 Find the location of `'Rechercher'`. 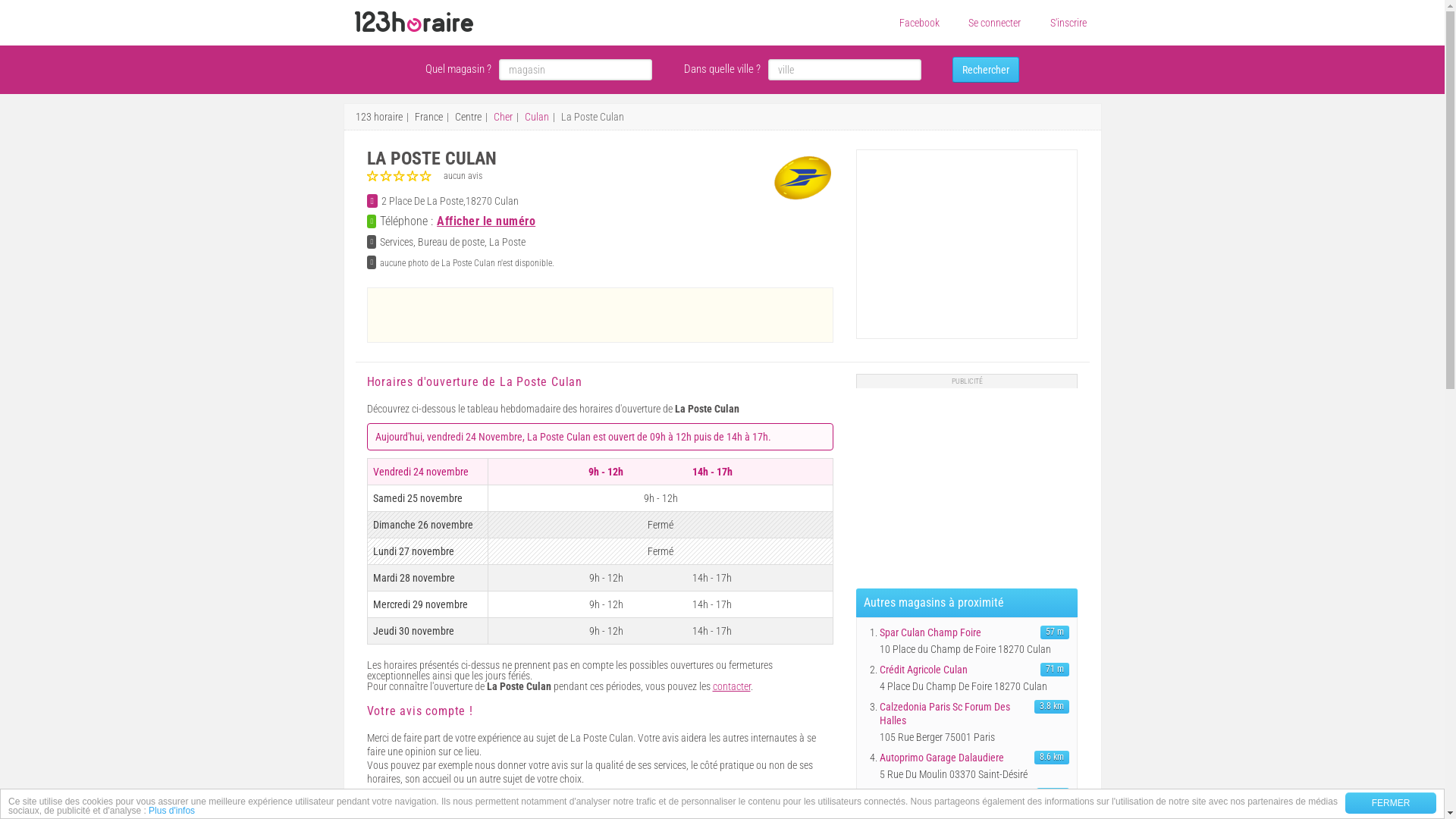

'Rechercher' is located at coordinates (952, 70).